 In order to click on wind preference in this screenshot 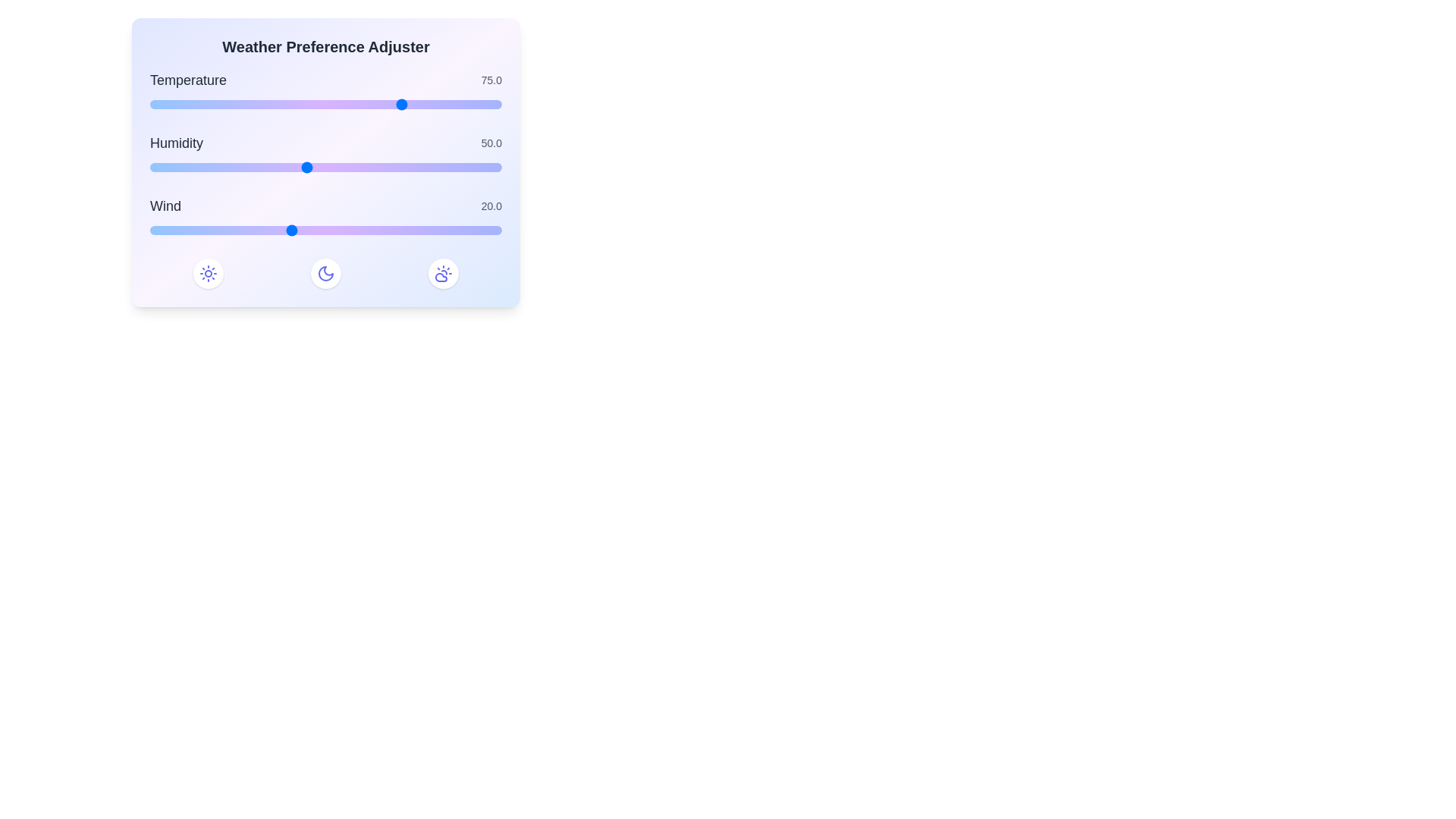, I will do `click(262, 231)`.